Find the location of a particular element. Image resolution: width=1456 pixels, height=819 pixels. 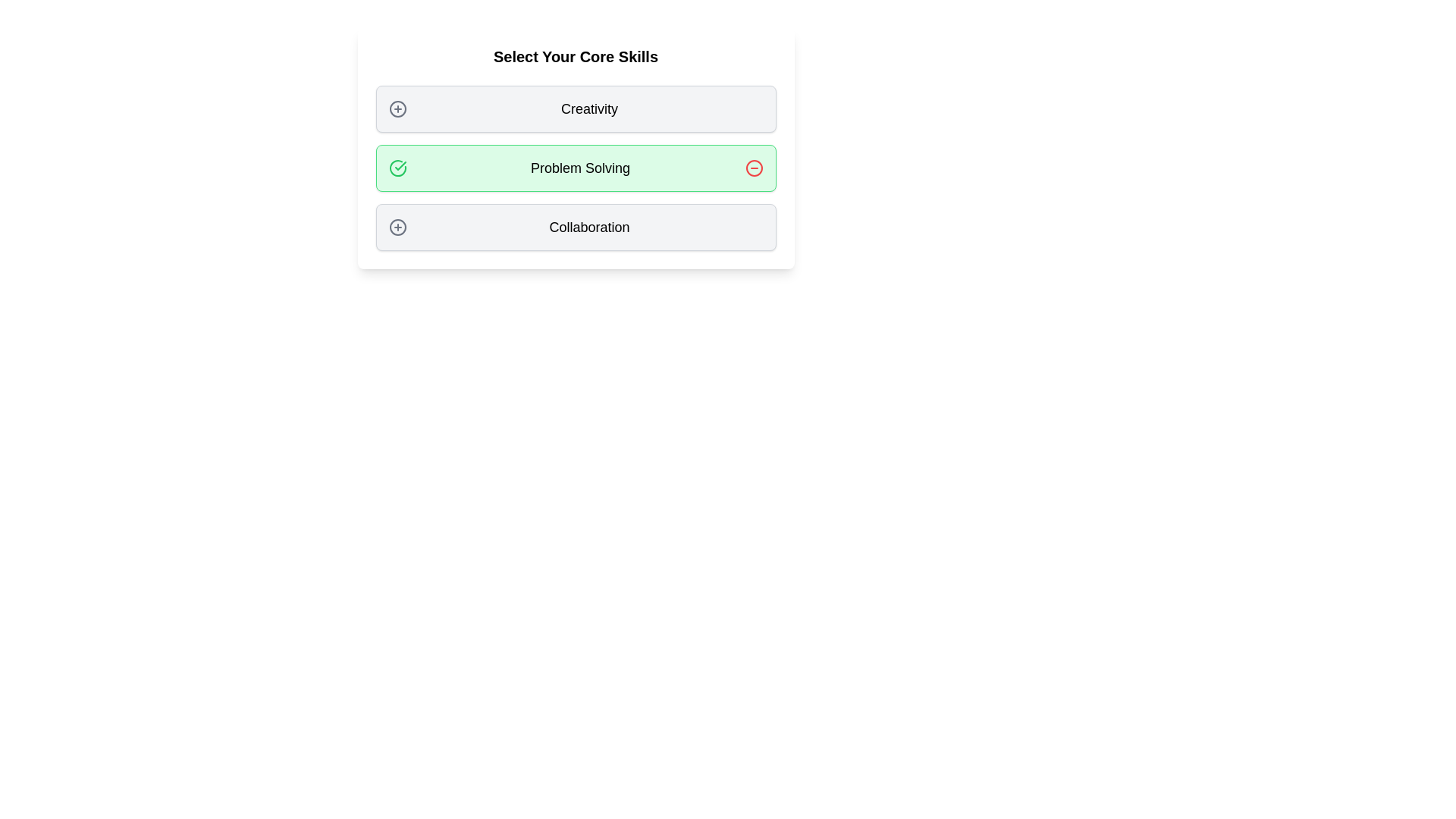

the tag labeled Problem Solving to observe its hover effect is located at coordinates (575, 168).